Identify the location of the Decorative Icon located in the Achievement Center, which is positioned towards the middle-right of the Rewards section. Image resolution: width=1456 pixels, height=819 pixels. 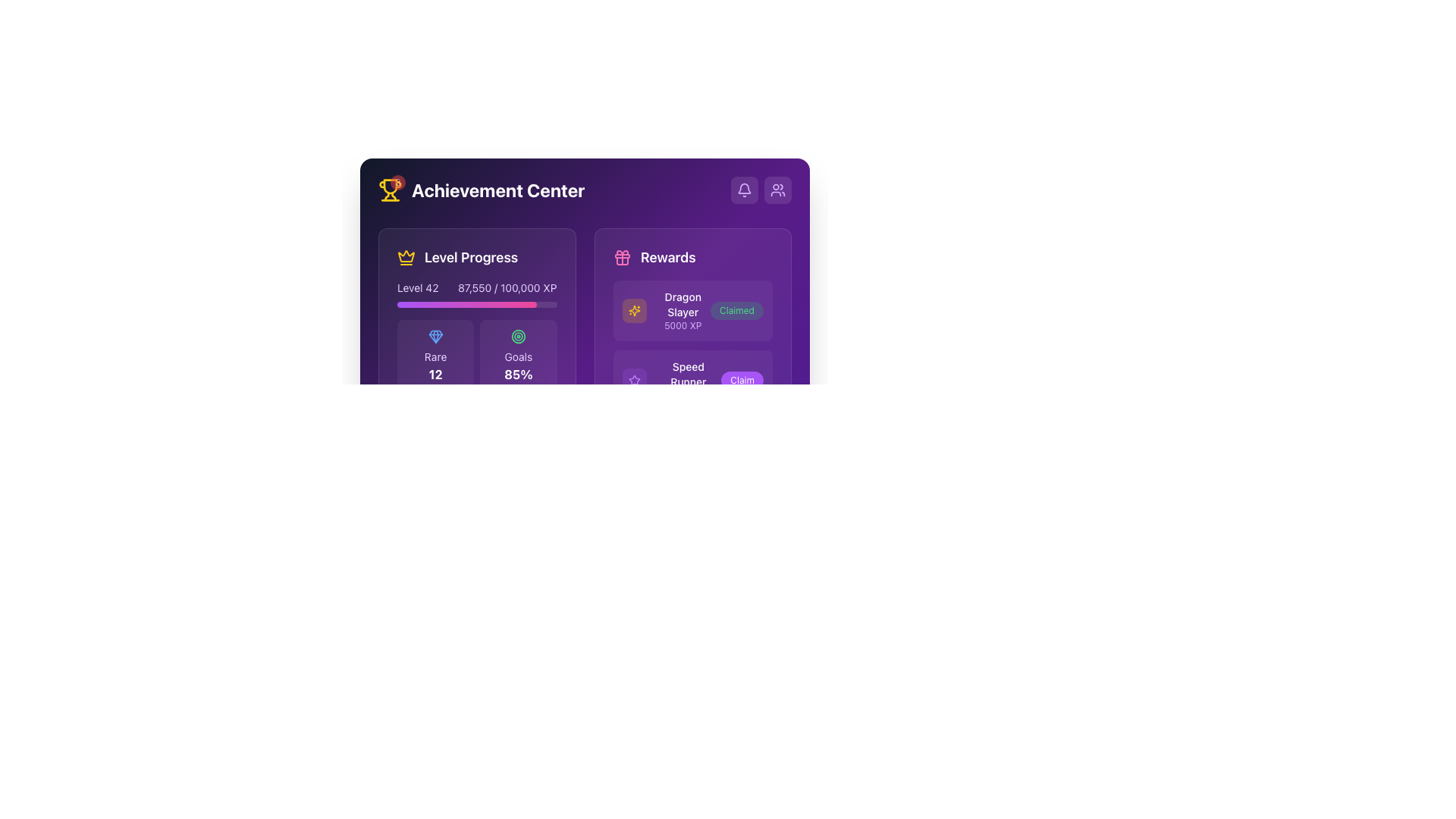
(634, 309).